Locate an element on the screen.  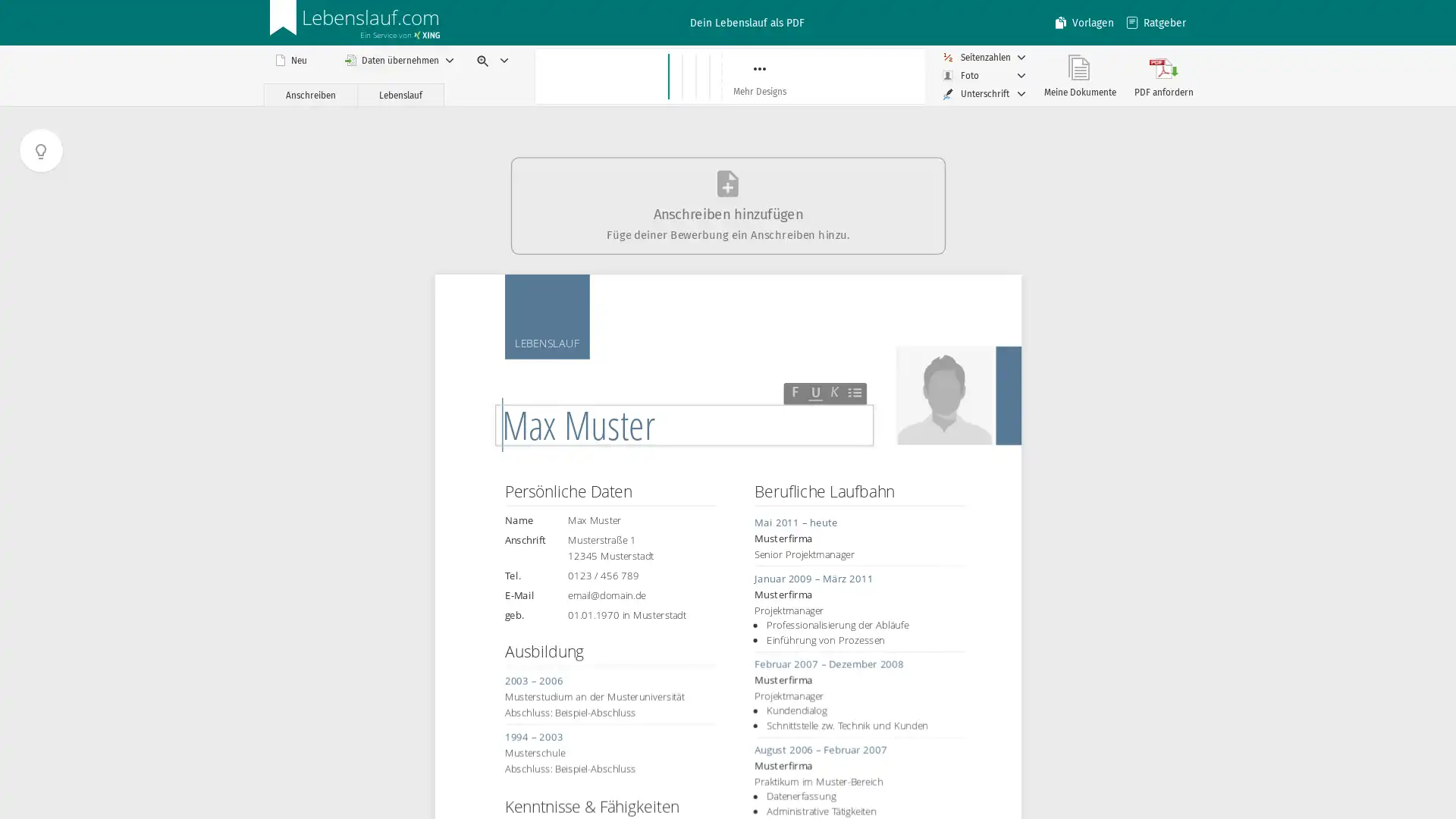
Anschreiben hinzufugen Fuge deiner Bewerbung ein Anschreiben hinzu. is located at coordinates (726, 206).